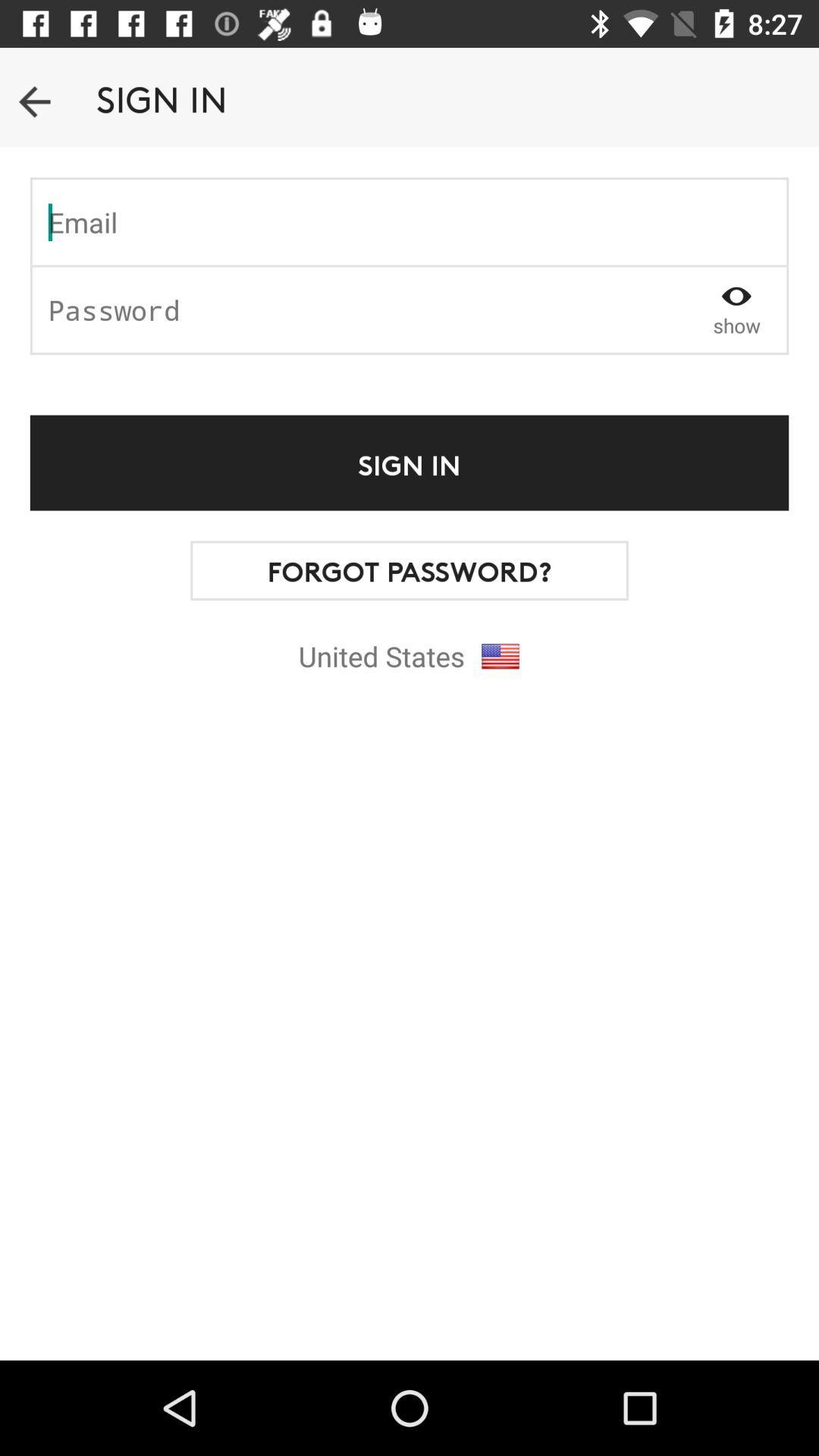 The height and width of the screenshot is (1456, 819). What do you see at coordinates (409, 462) in the screenshot?
I see `the text above forgot passwords` at bounding box center [409, 462].